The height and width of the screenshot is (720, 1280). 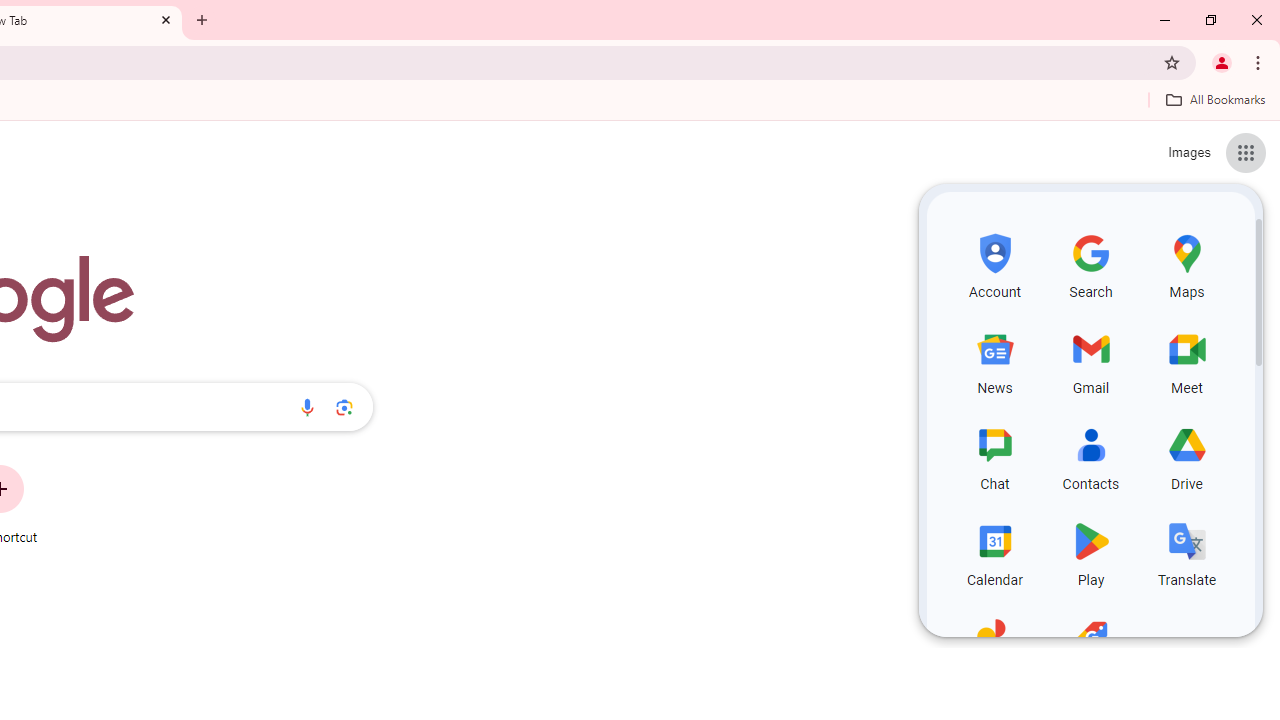 I want to click on 'Chat, row 3 of 5 and column 1 of 3 in the first section', so click(x=995, y=456).